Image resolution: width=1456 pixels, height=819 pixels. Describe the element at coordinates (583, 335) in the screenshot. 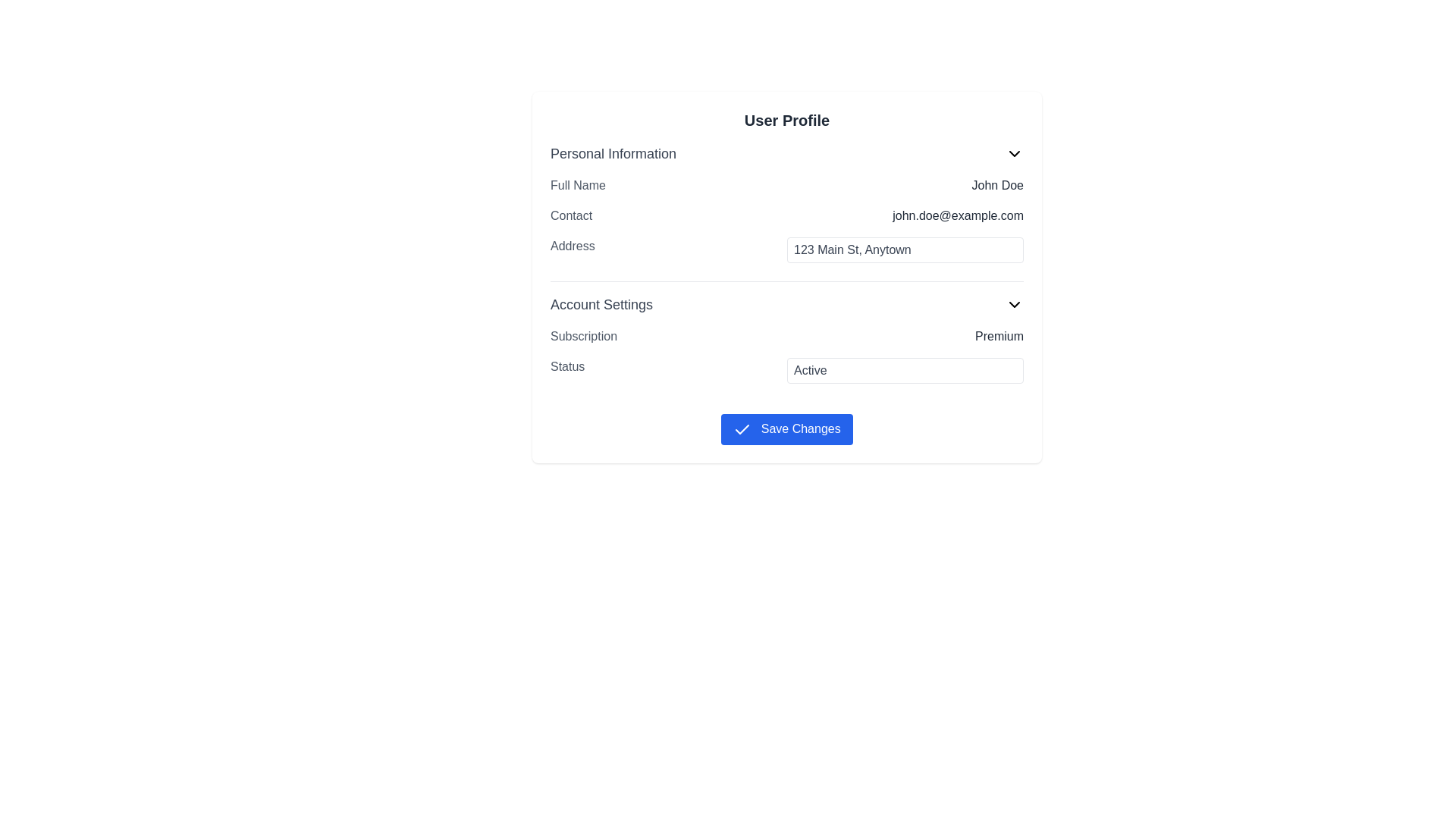

I see `the Text label indicating the subscription type located in the 'Account Settings' section, positioned left above the 'Status' row` at that location.